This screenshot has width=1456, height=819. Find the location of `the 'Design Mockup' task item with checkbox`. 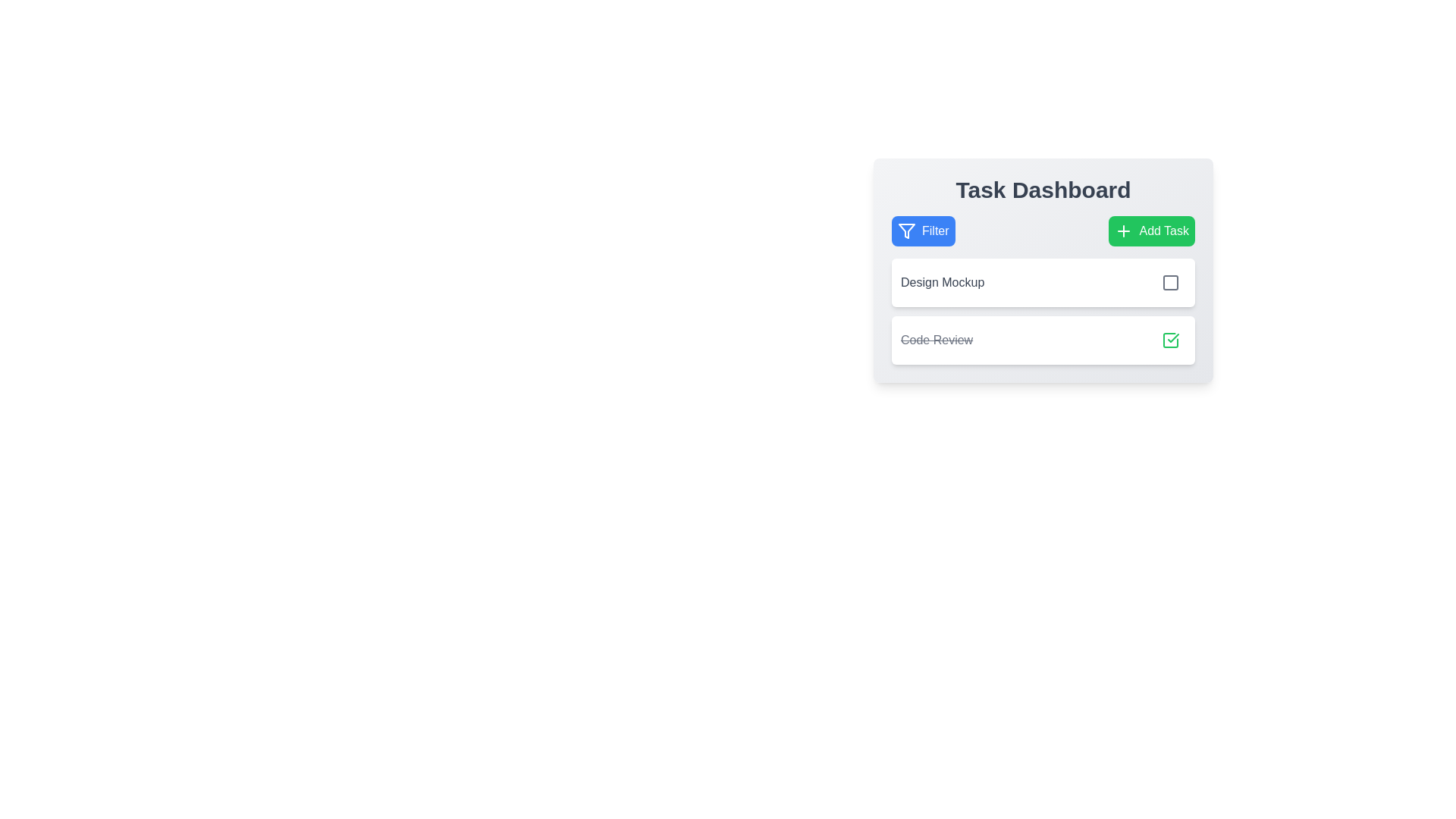

the 'Design Mockup' task item with checkbox is located at coordinates (1043, 283).